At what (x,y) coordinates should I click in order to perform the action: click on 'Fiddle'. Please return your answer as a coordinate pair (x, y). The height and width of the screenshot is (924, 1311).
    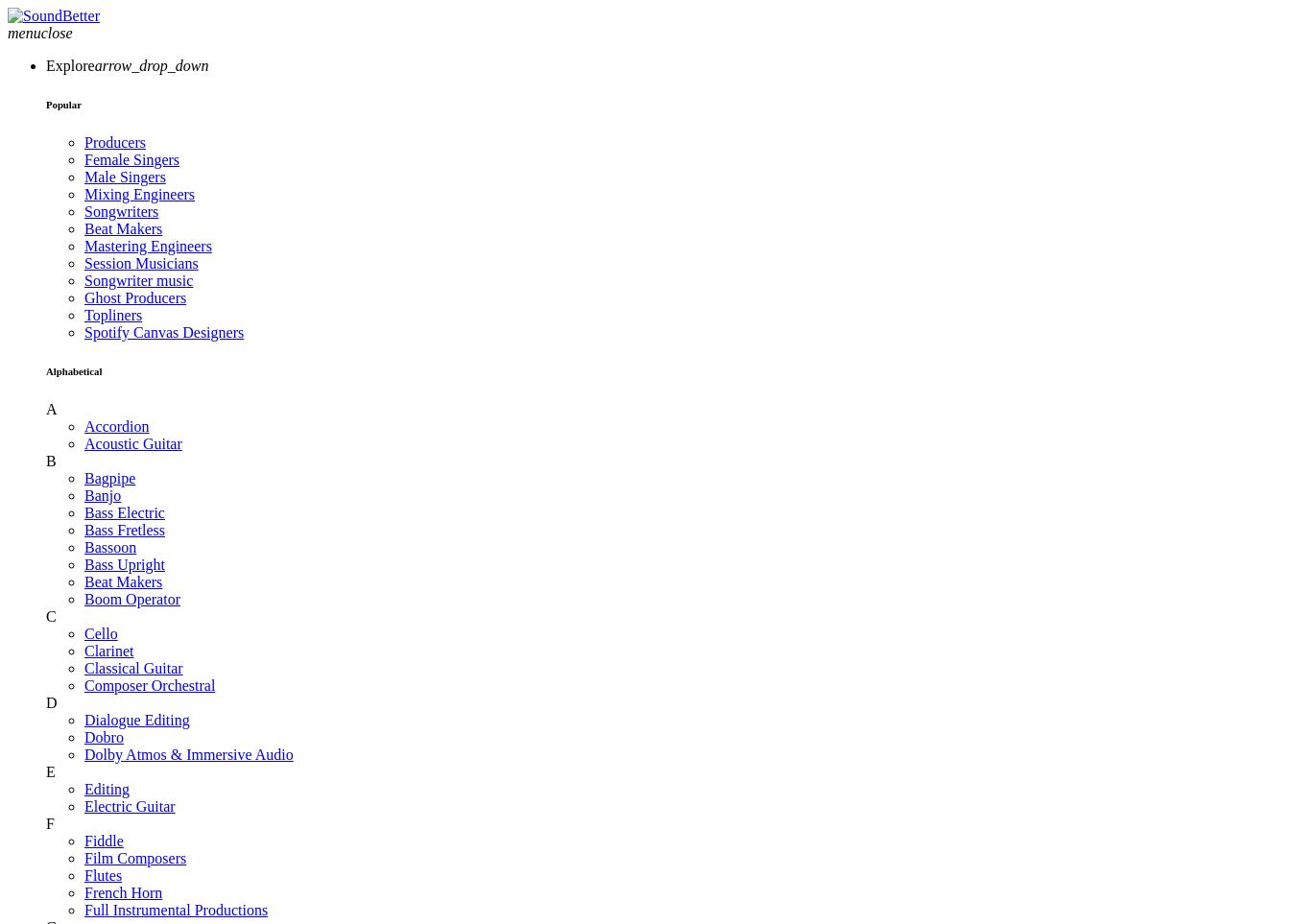
    Looking at the image, I should click on (104, 840).